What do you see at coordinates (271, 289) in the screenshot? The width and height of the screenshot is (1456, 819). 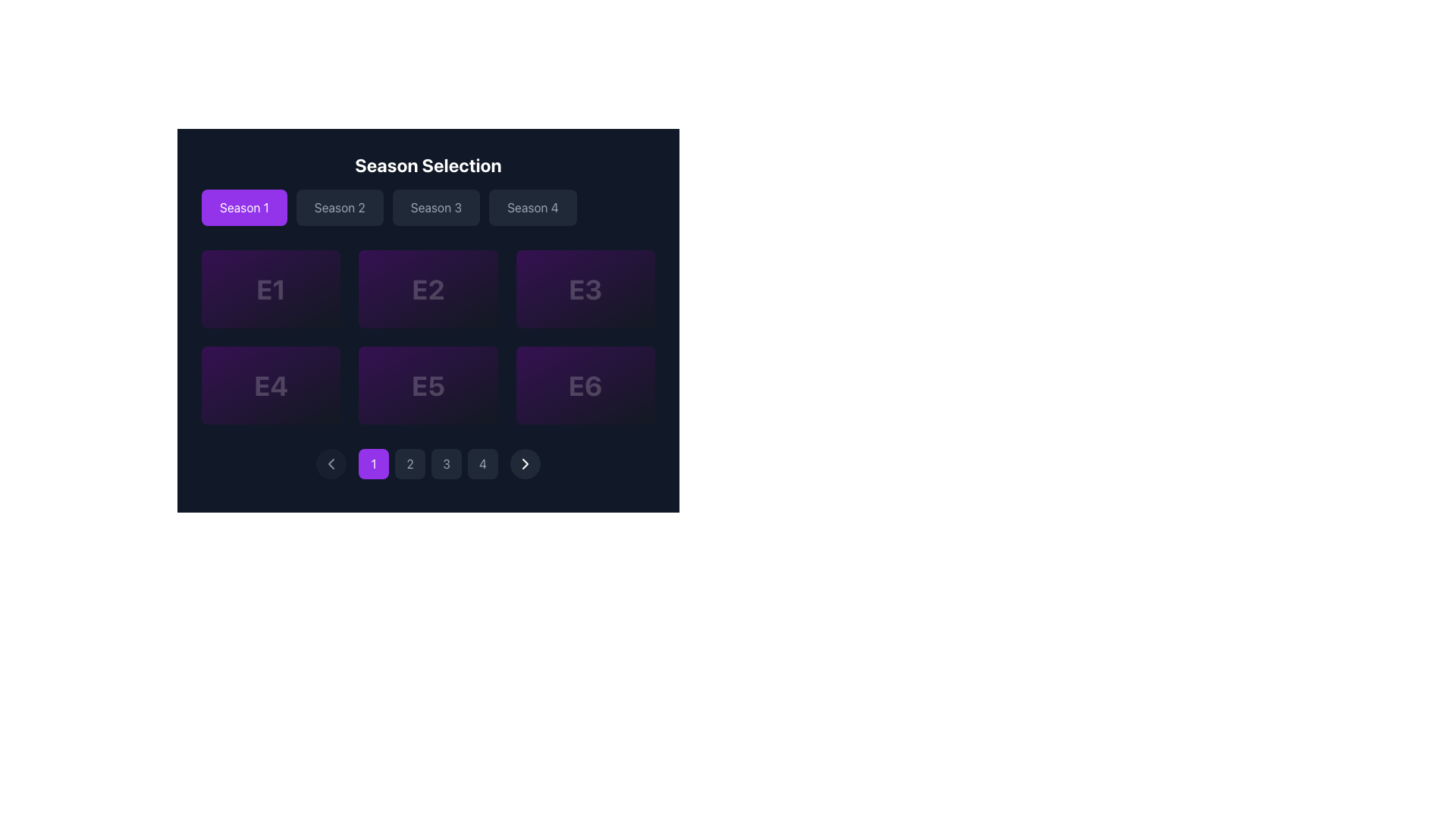 I see `the episode card for Episode 1 located in the top-left corner of the grid layout` at bounding box center [271, 289].